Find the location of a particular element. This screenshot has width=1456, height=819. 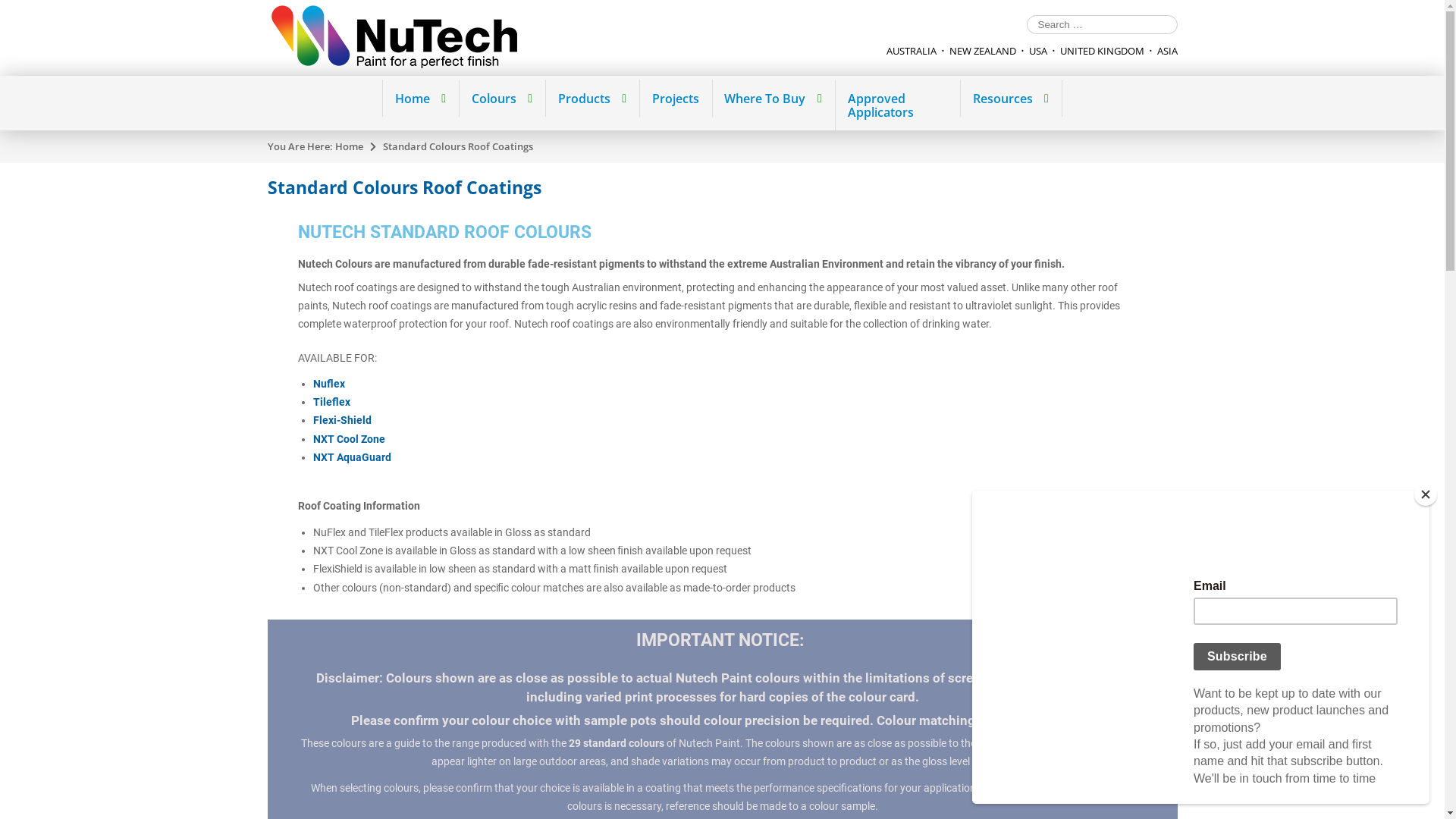

'NEW ZEALAND' is located at coordinates (983, 49).